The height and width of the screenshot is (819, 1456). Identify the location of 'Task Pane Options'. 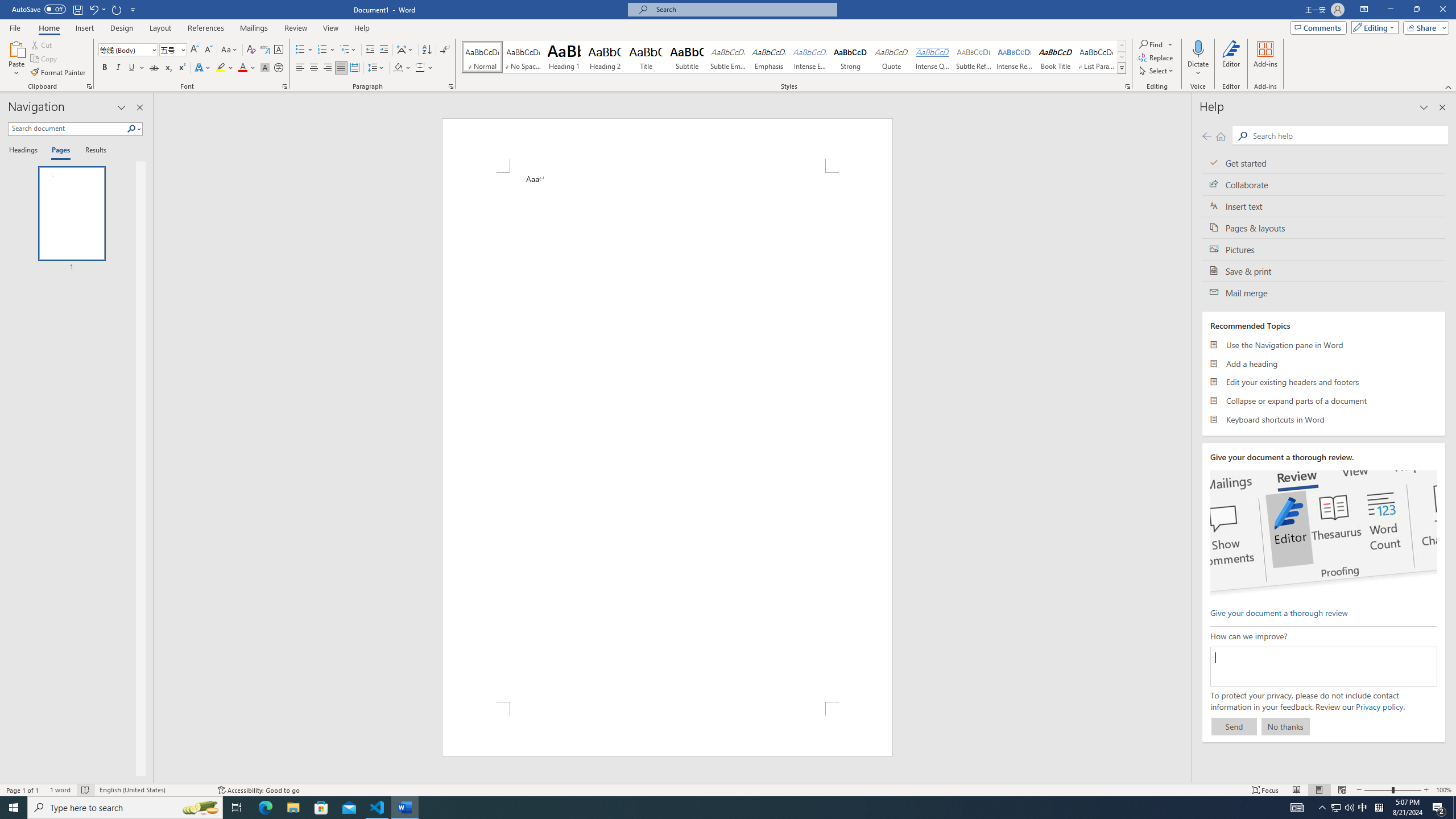
(121, 107).